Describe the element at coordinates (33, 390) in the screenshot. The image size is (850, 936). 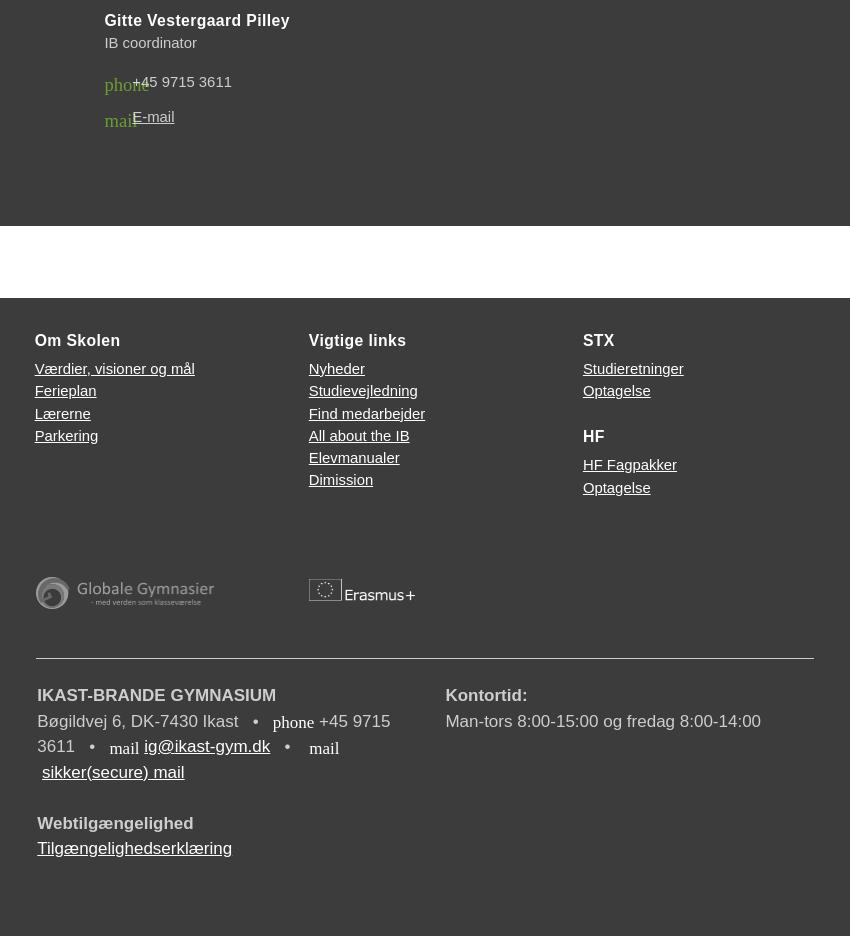
I see `'Ferieplan'` at that location.